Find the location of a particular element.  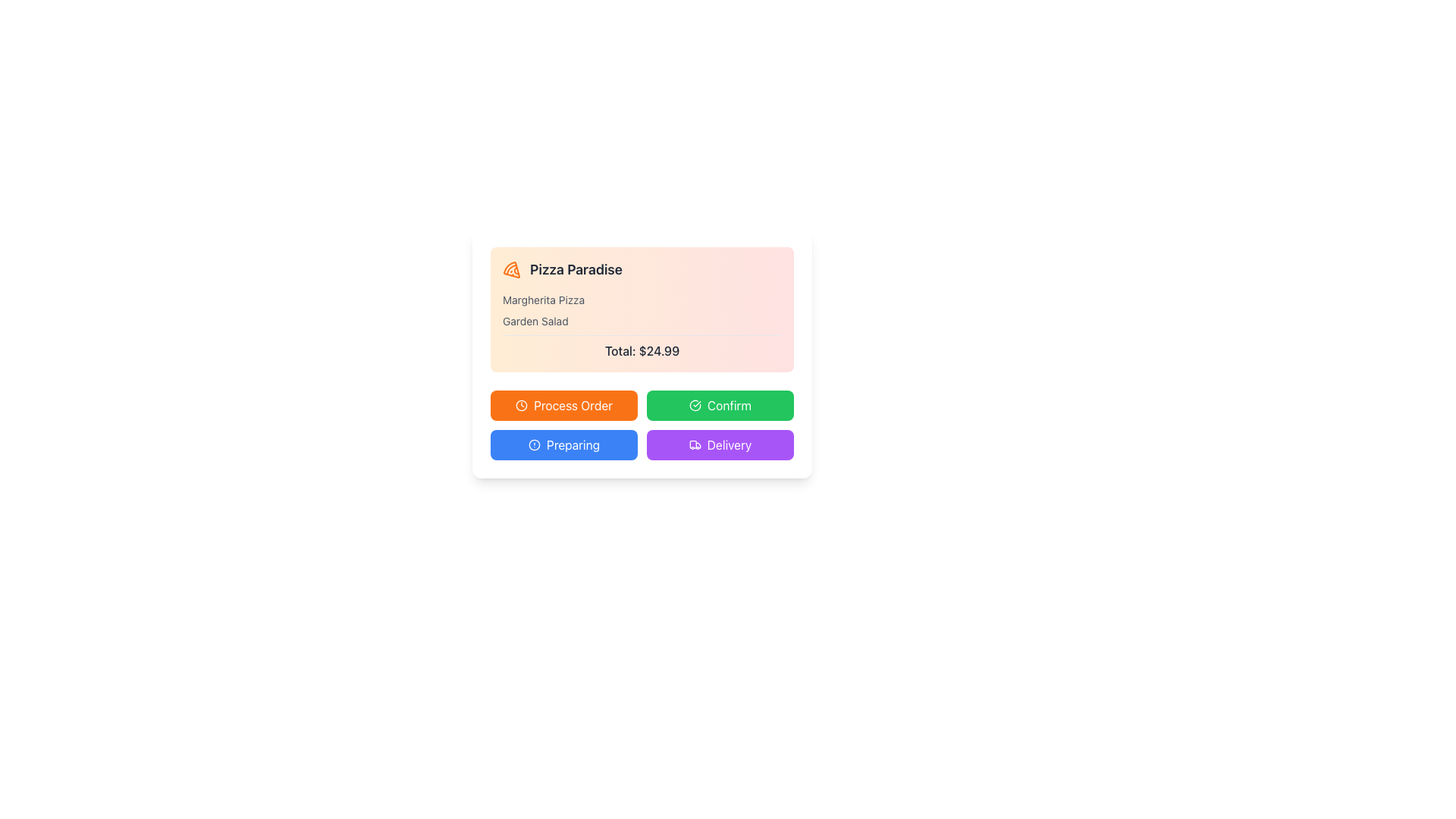

the confirmation button located beneath the 'Pizza Paradise' section is located at coordinates (729, 405).